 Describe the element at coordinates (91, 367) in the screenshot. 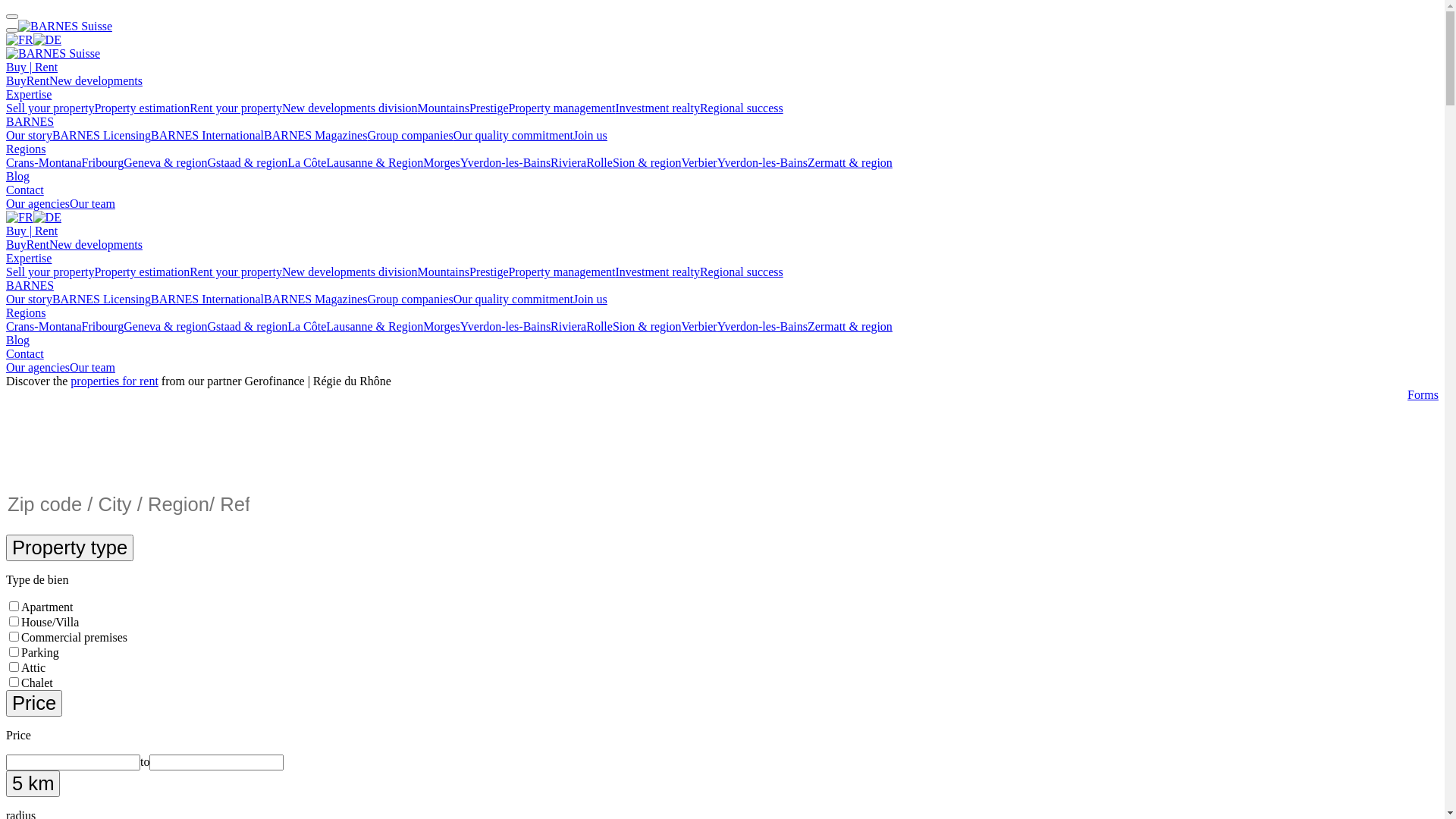

I see `'Our team'` at that location.